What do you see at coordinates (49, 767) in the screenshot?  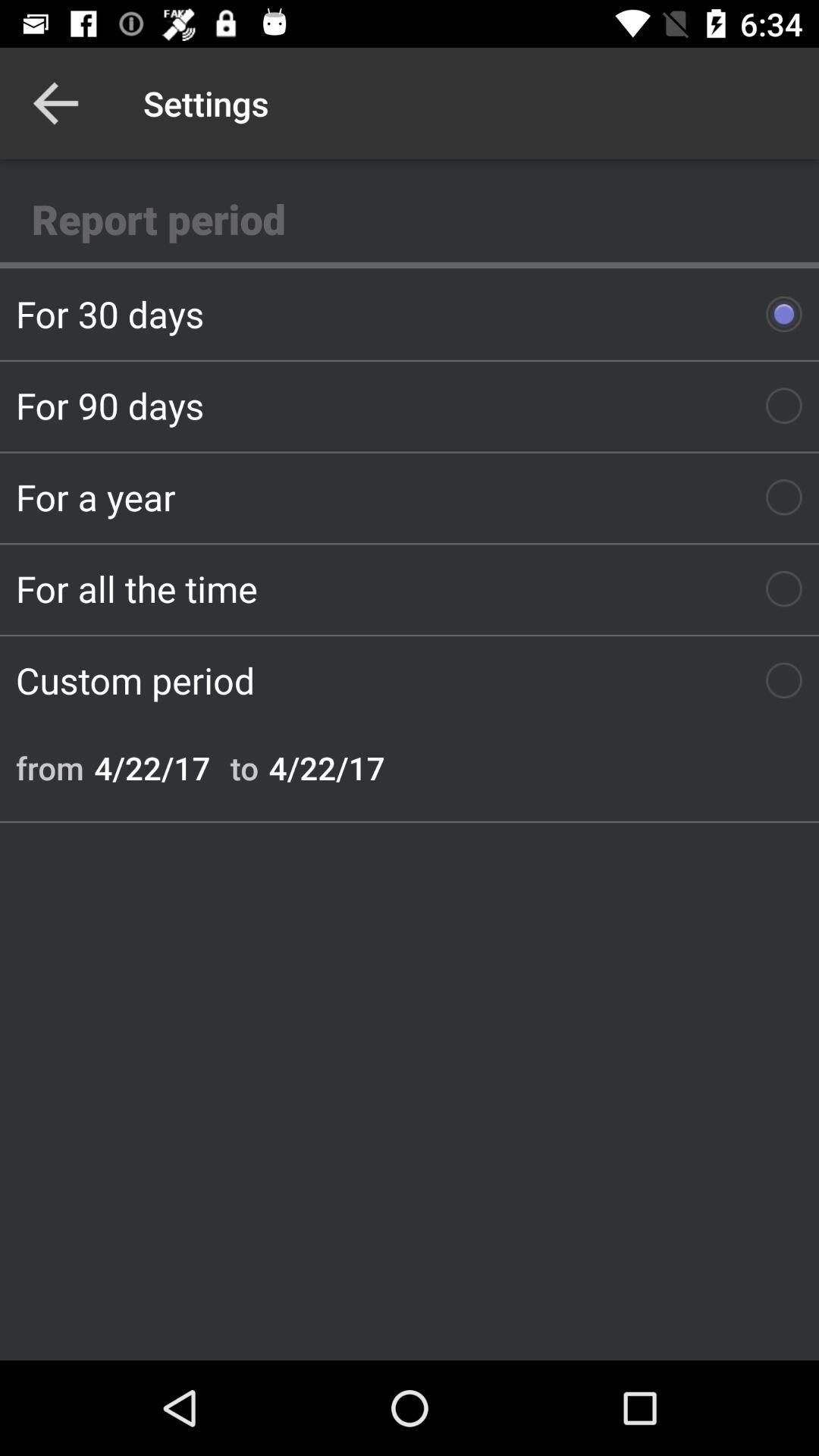 I see `the icon below the custom period item` at bounding box center [49, 767].